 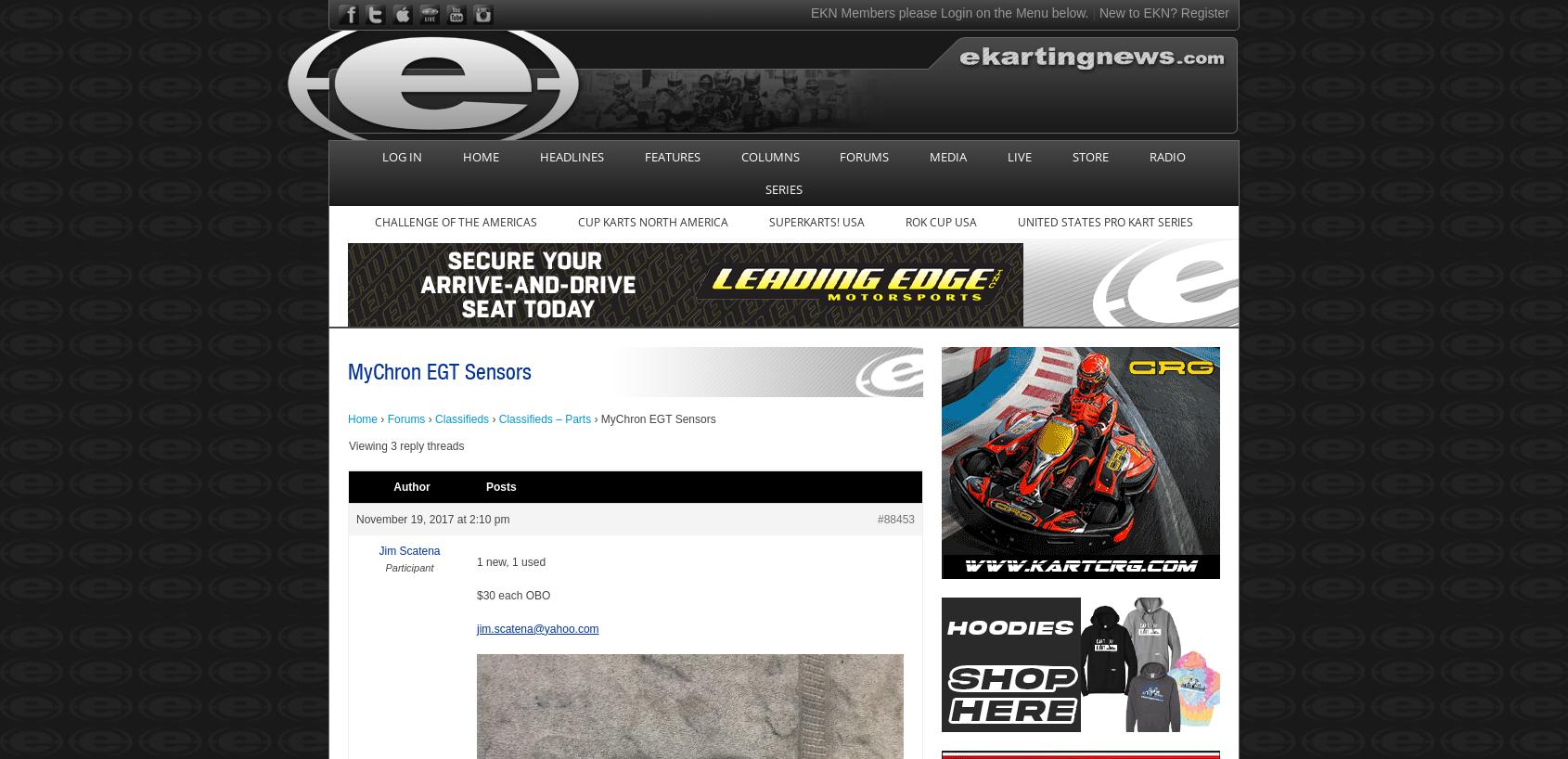 I want to click on 'HOME', so click(x=479, y=155).